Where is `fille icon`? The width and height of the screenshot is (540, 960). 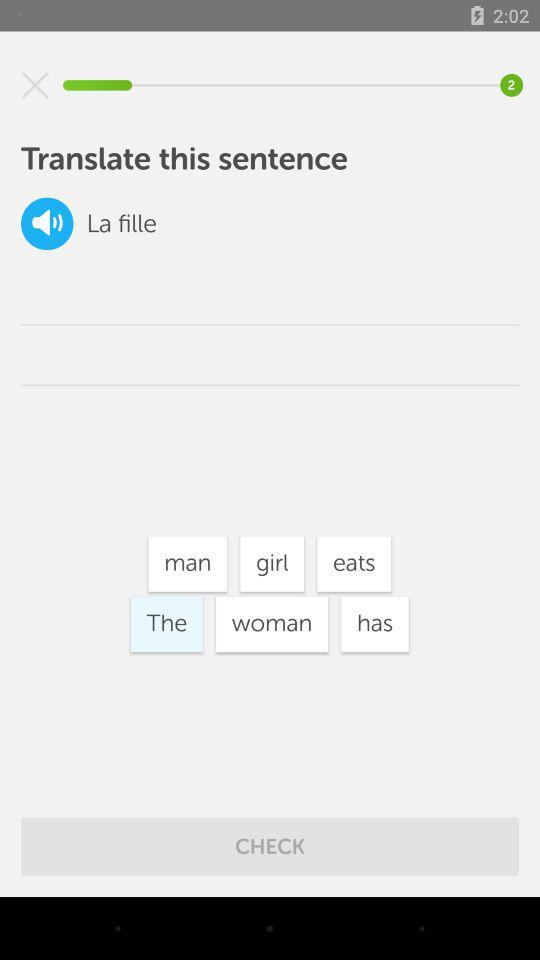 fille icon is located at coordinates (136, 223).